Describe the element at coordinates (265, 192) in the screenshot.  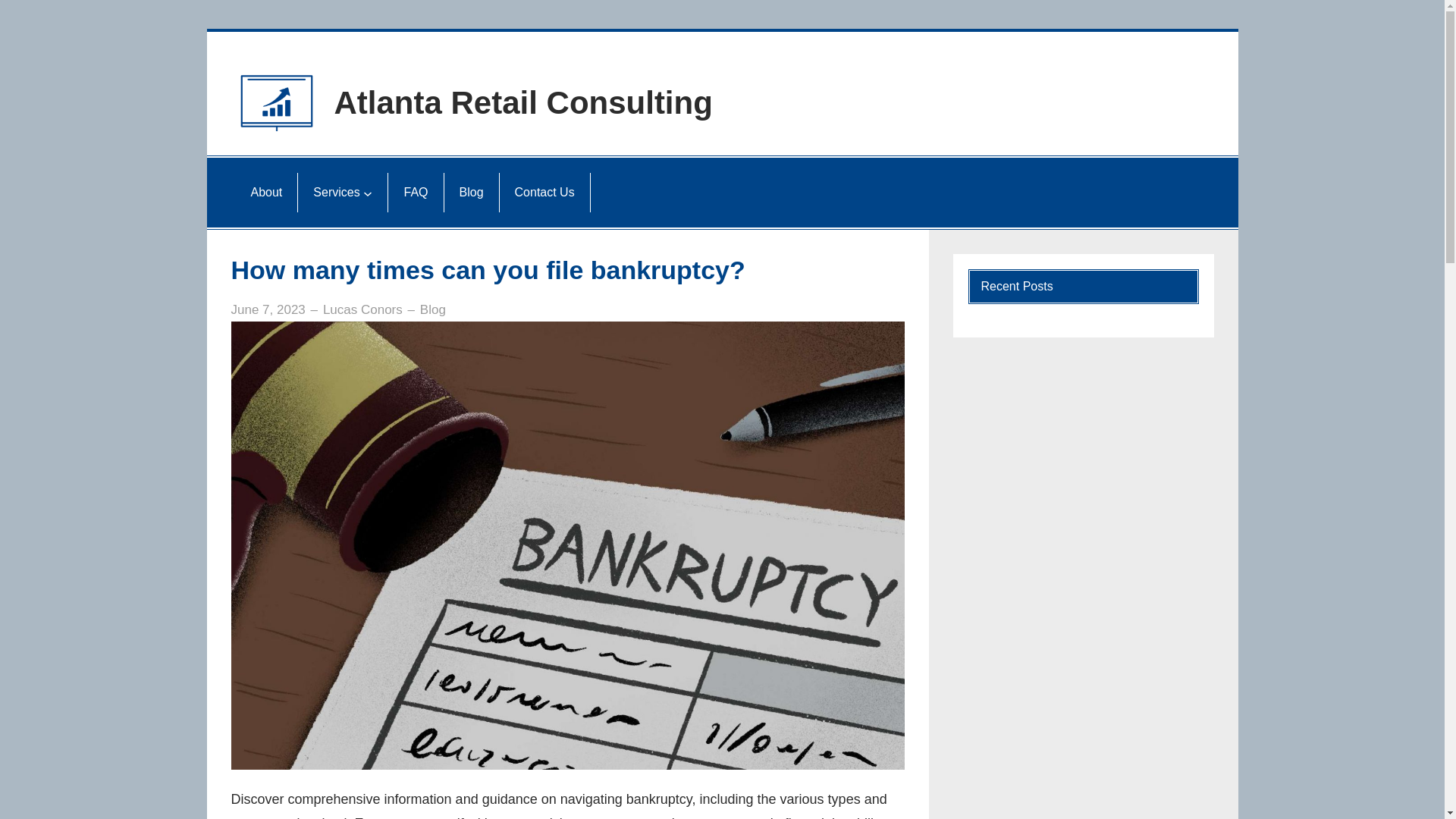
I see `'About'` at that location.